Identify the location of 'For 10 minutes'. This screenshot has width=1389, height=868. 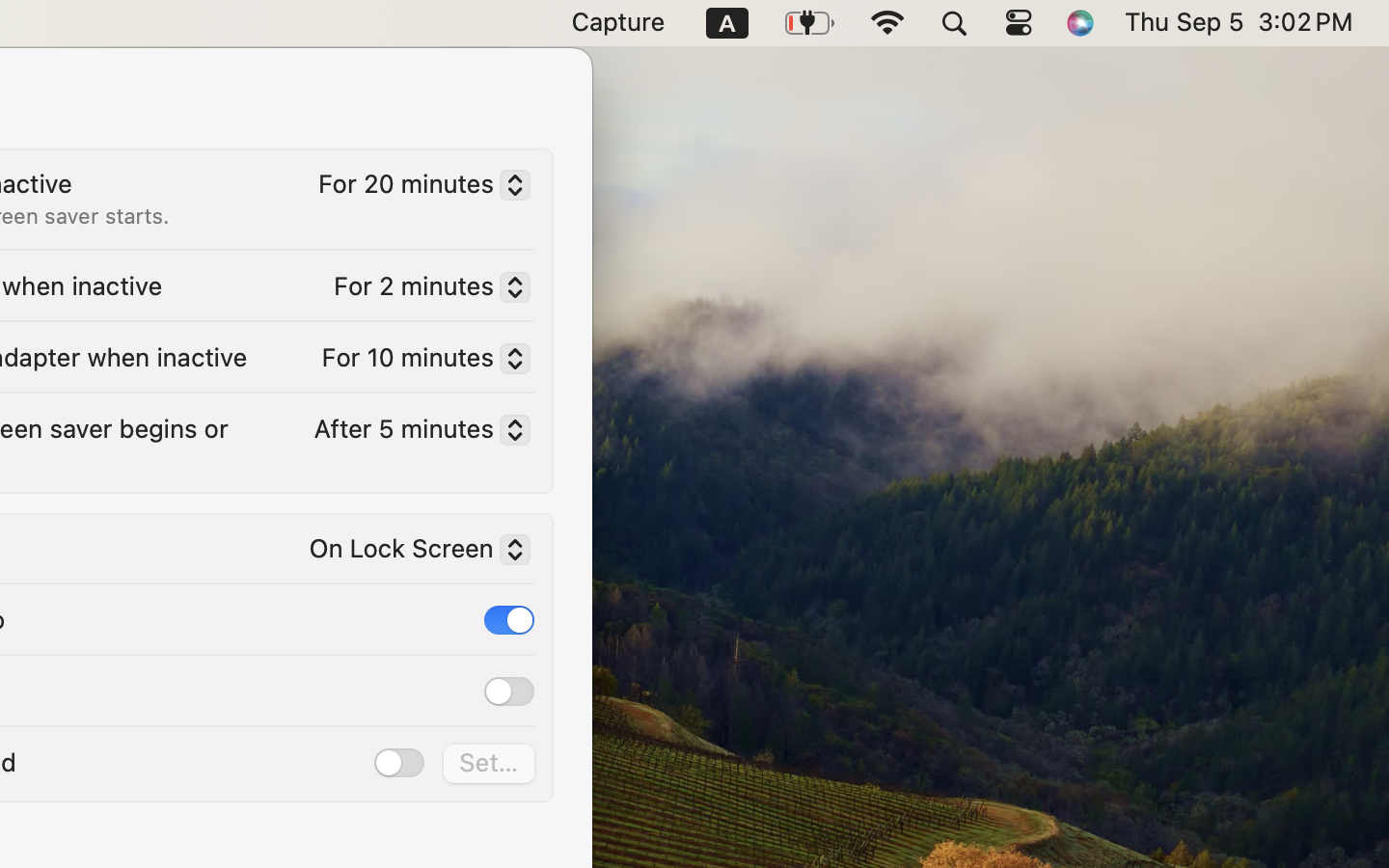
(418, 362).